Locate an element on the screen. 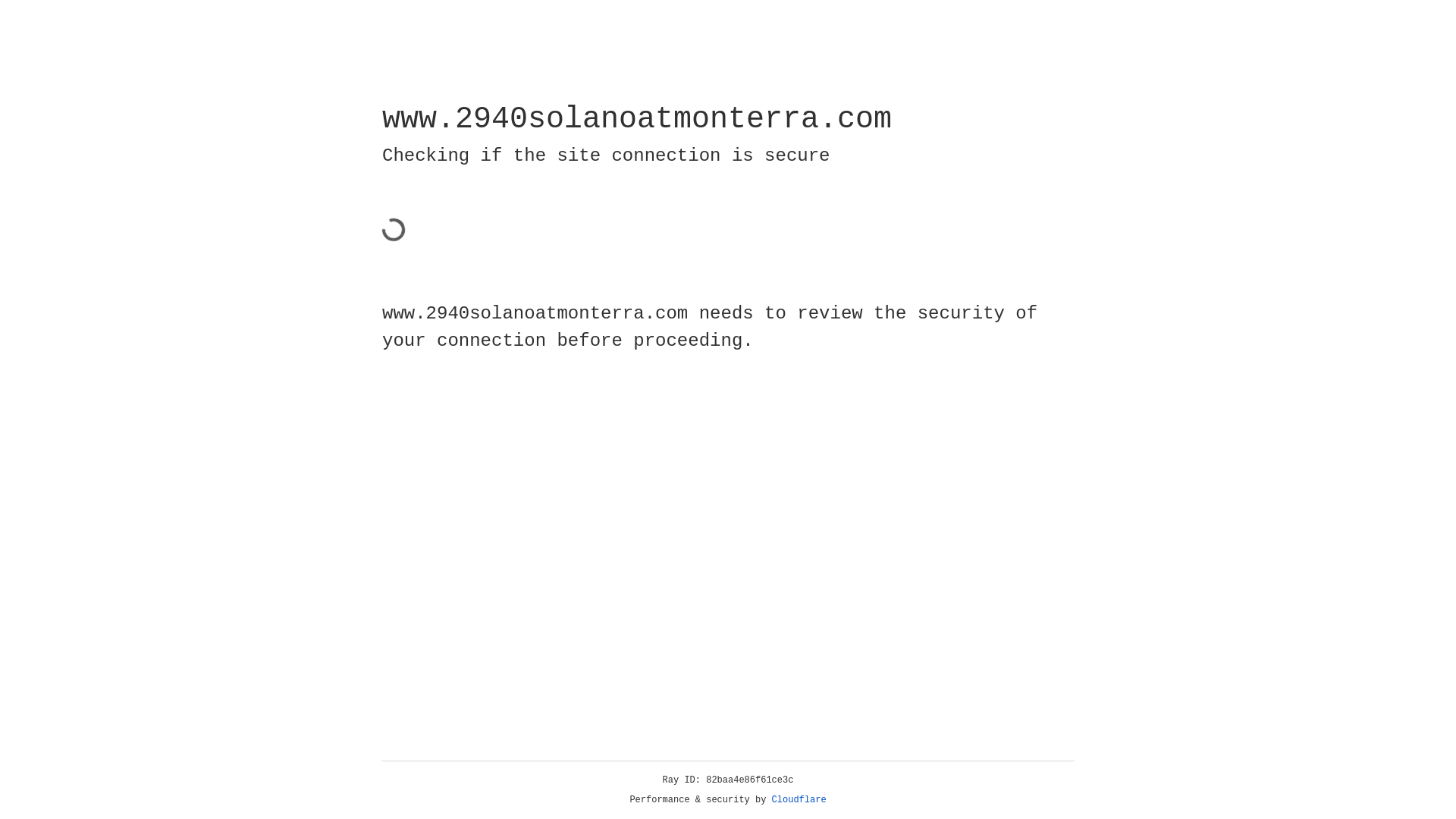  'Cloudflare' is located at coordinates (799, 799).